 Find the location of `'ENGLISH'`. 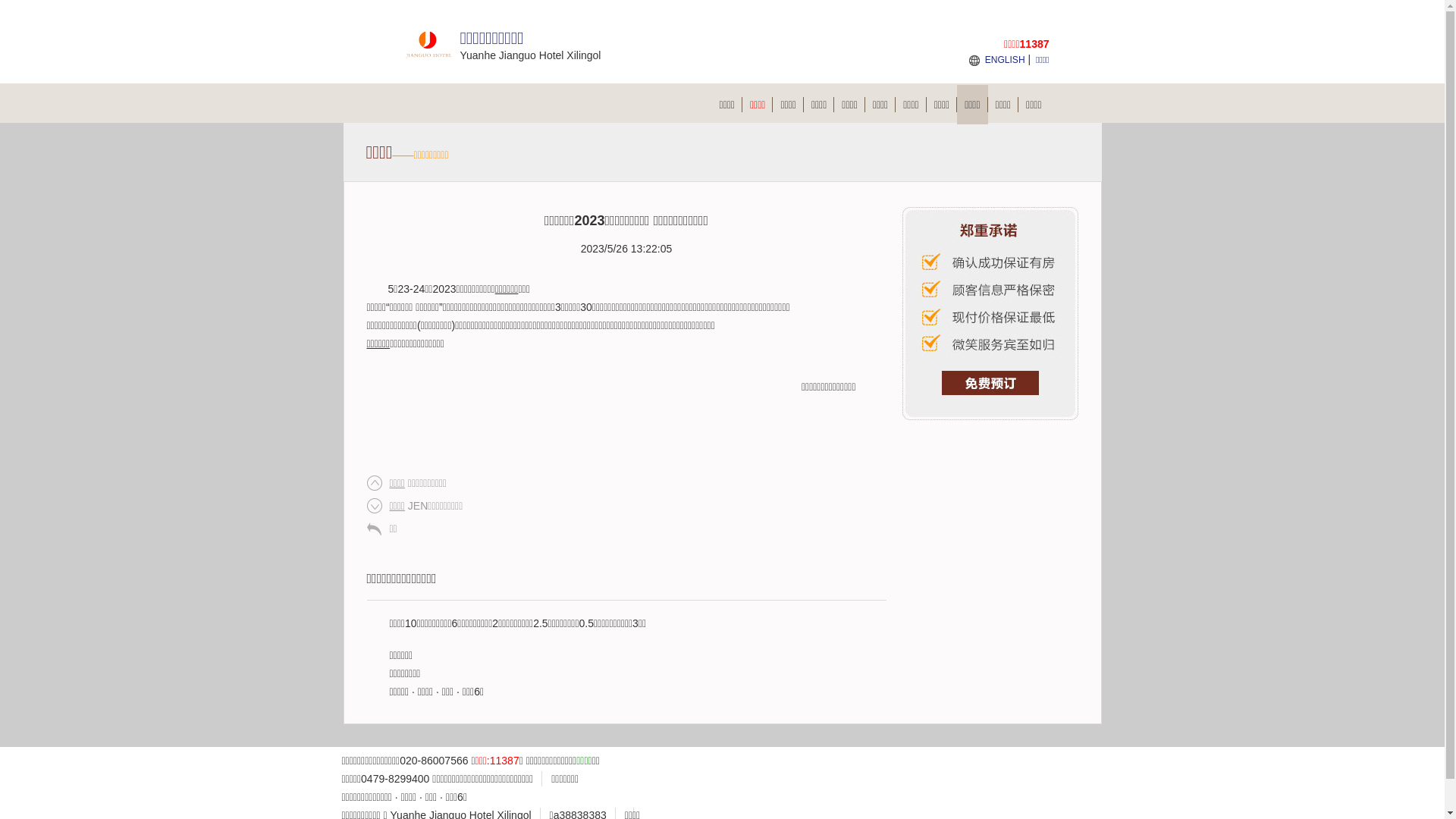

'ENGLISH' is located at coordinates (985, 58).